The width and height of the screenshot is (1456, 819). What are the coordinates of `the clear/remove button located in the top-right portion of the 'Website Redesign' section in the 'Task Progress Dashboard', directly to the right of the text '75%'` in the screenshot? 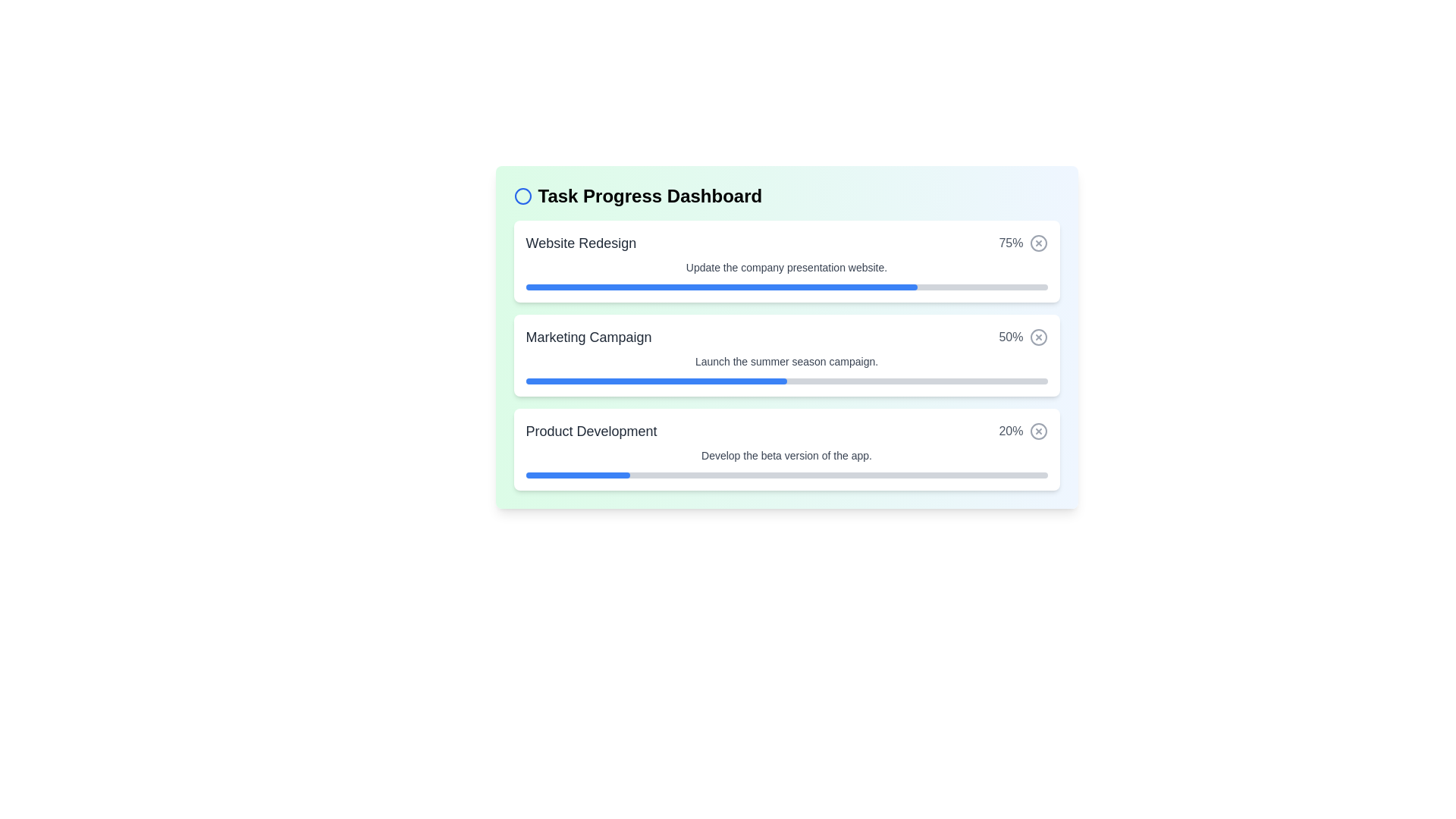 It's located at (1037, 242).